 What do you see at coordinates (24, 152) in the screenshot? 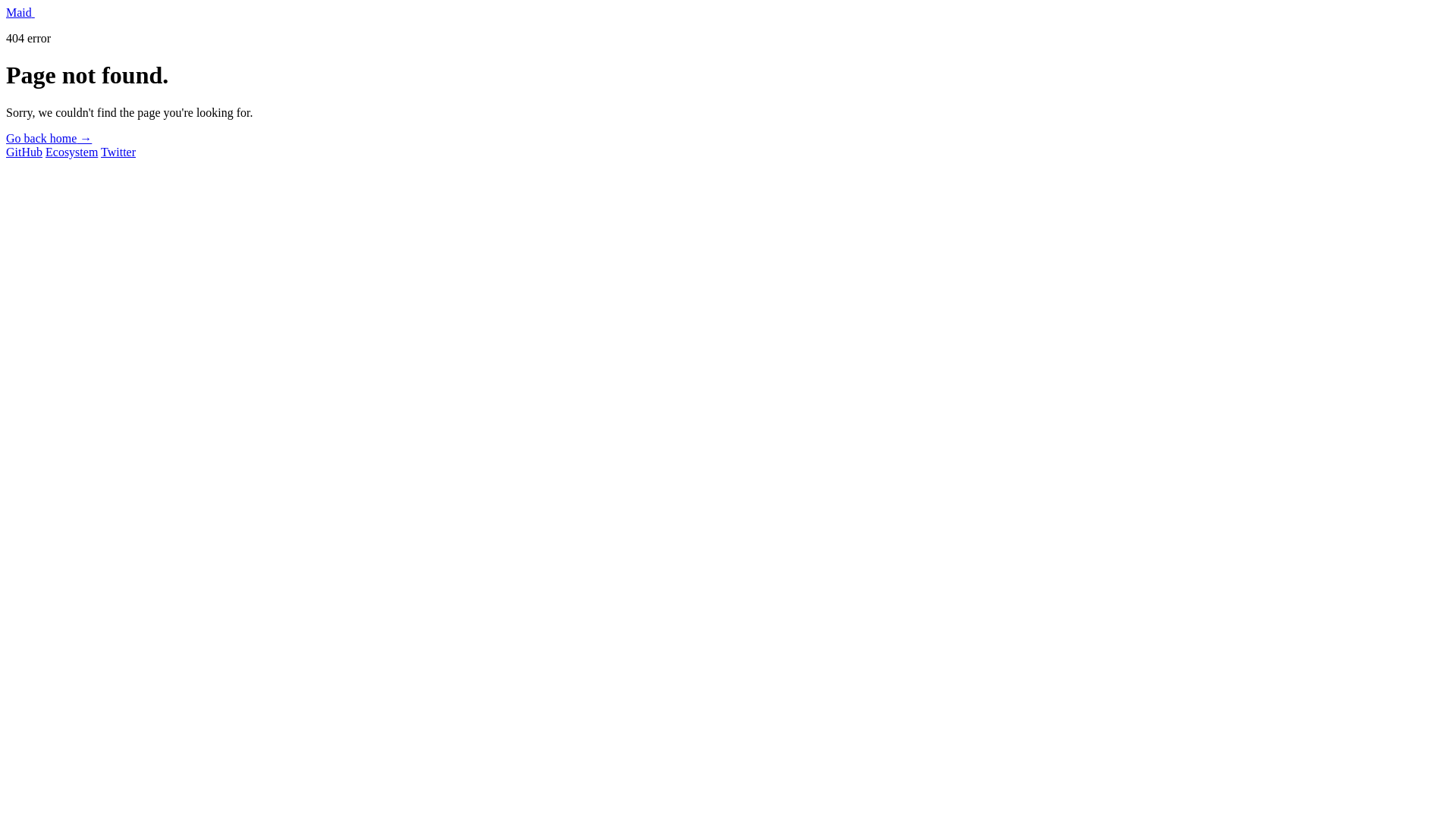
I see `'GitHub'` at bounding box center [24, 152].